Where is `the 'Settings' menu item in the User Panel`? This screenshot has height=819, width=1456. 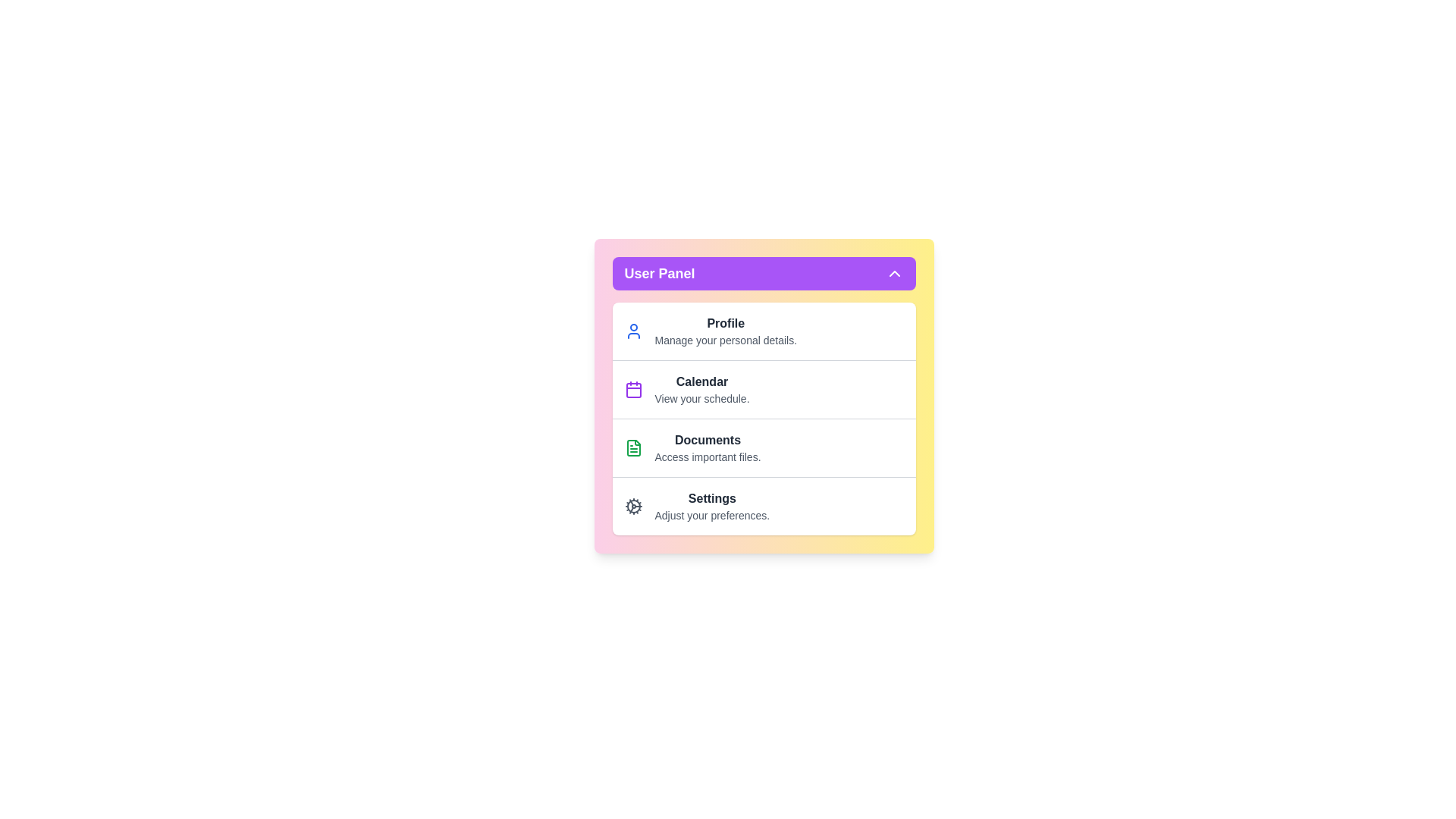
the 'Settings' menu item in the User Panel is located at coordinates (764, 506).